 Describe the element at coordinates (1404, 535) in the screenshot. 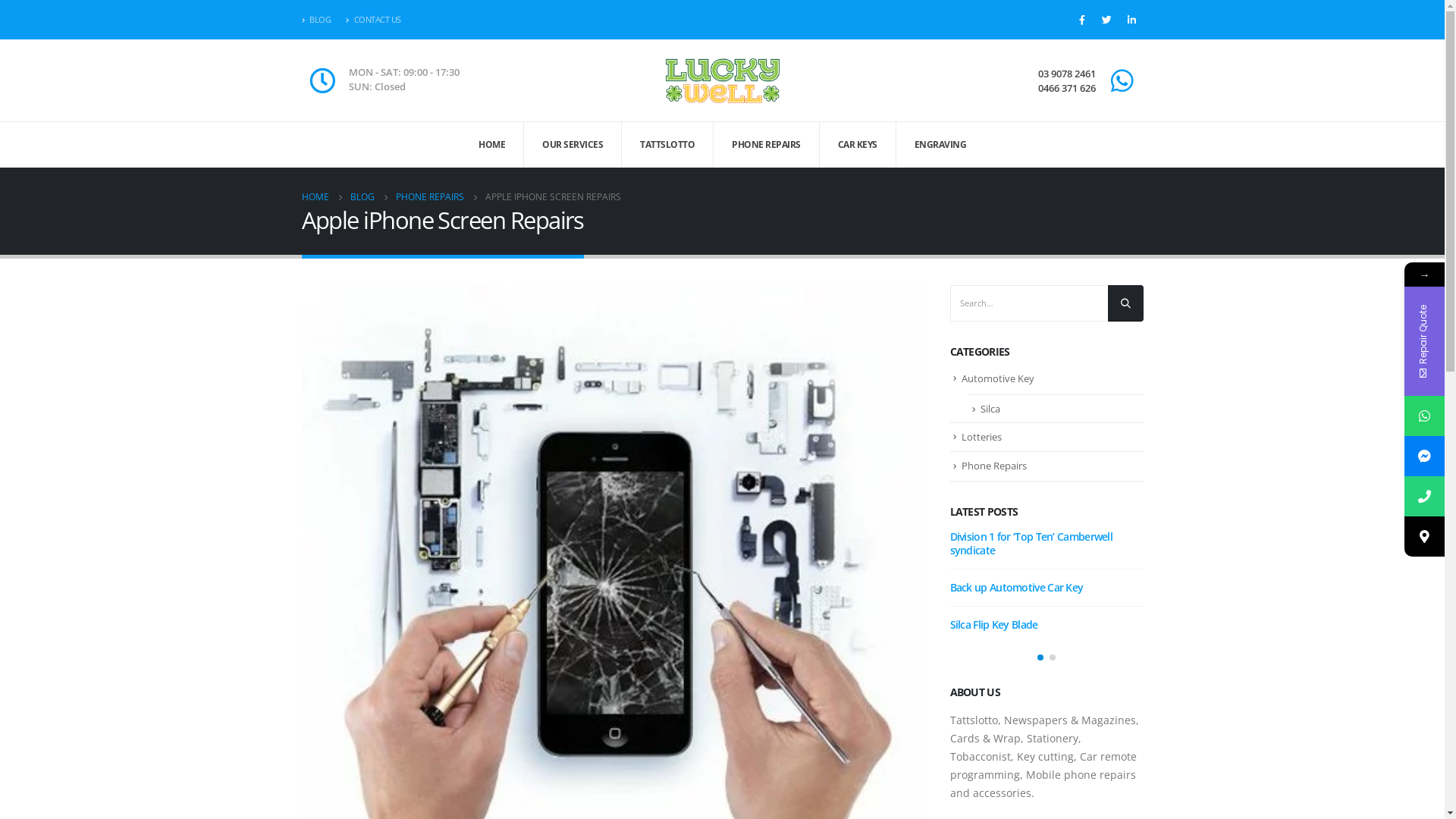

I see `'https://goo.gl/maps/6BvXaJ9NPMDQfLmJ7'` at that location.